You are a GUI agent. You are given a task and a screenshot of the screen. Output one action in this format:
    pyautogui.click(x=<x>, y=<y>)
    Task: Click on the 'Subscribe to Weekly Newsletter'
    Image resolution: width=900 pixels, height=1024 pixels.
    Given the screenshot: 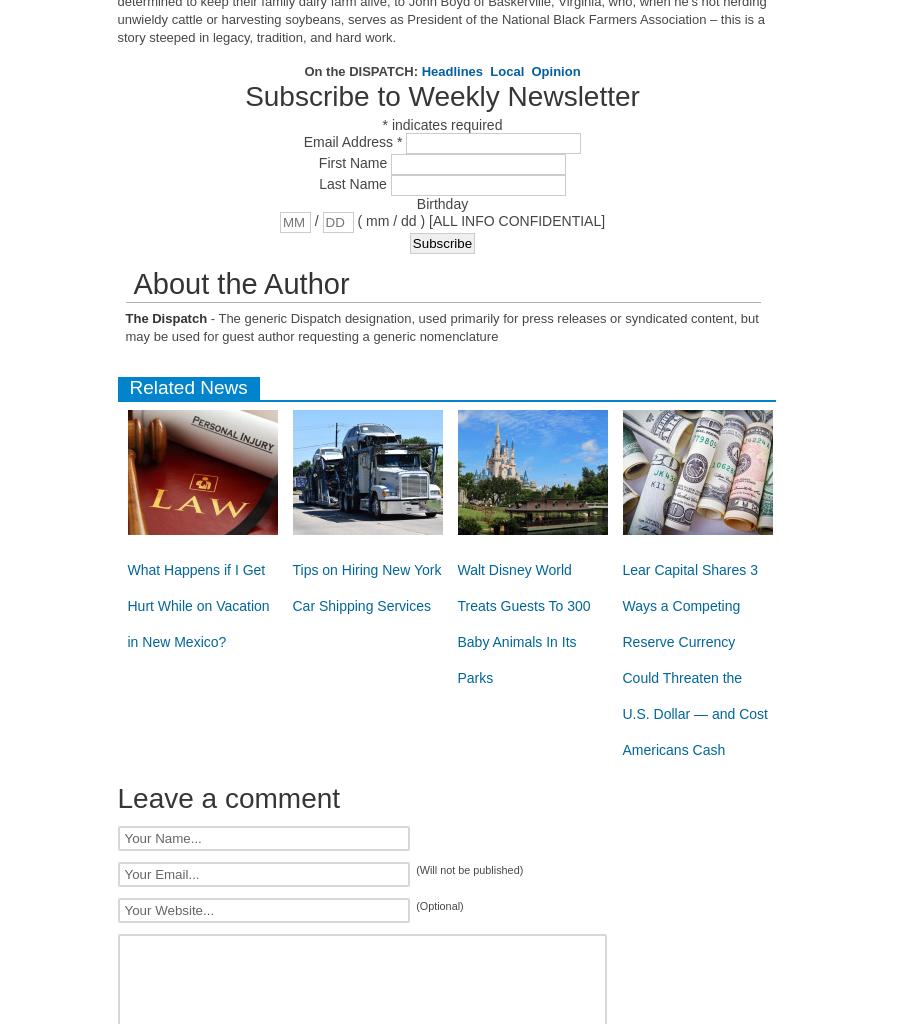 What is the action you would take?
    pyautogui.click(x=243, y=96)
    